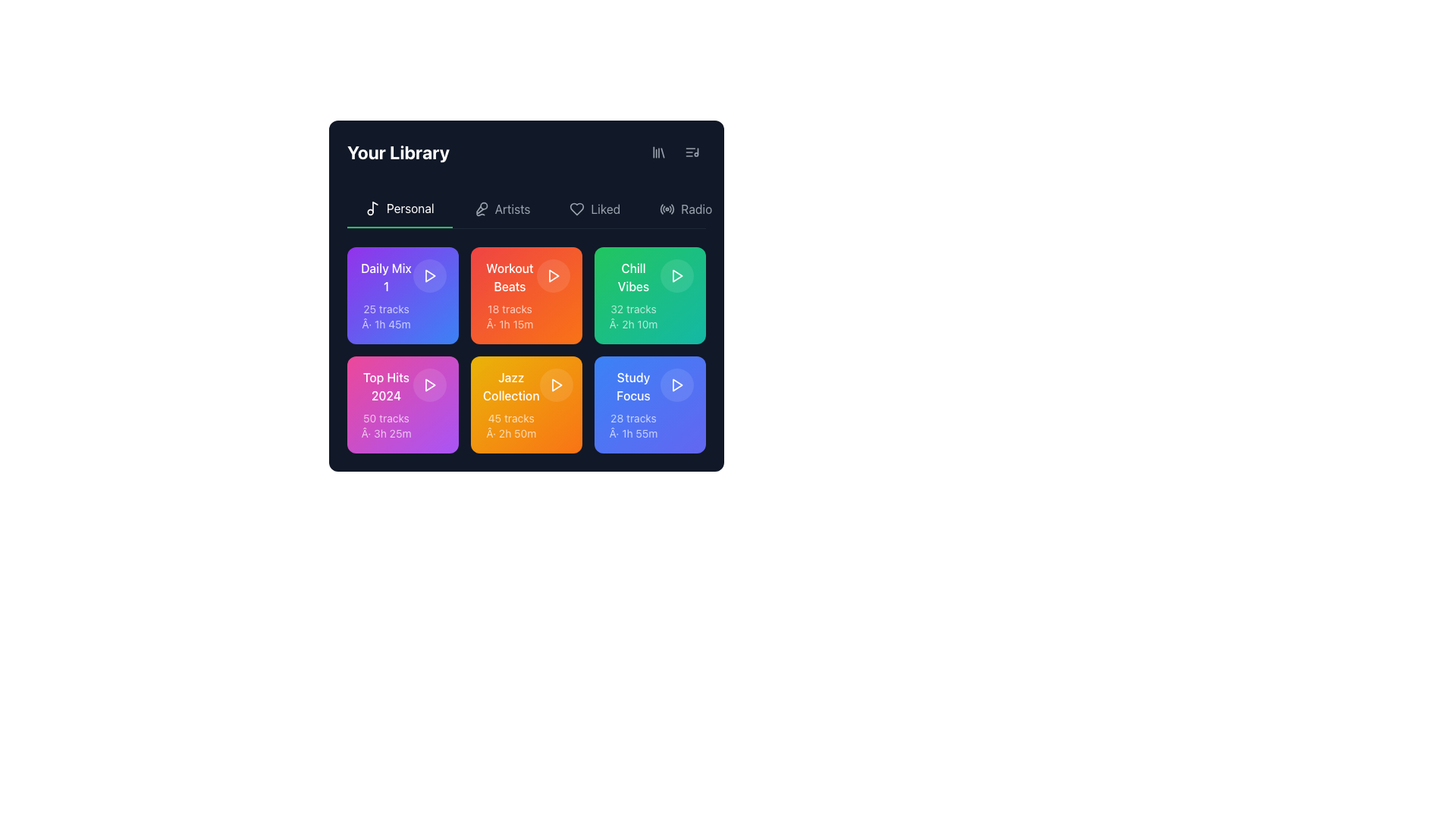 Image resolution: width=1456 pixels, height=819 pixels. Describe the element at coordinates (633, 315) in the screenshot. I see `the informational text label displaying the number of tracks and total duration for the 'Chill Vibes' playlist, located in the lower region of the playlist card` at that location.